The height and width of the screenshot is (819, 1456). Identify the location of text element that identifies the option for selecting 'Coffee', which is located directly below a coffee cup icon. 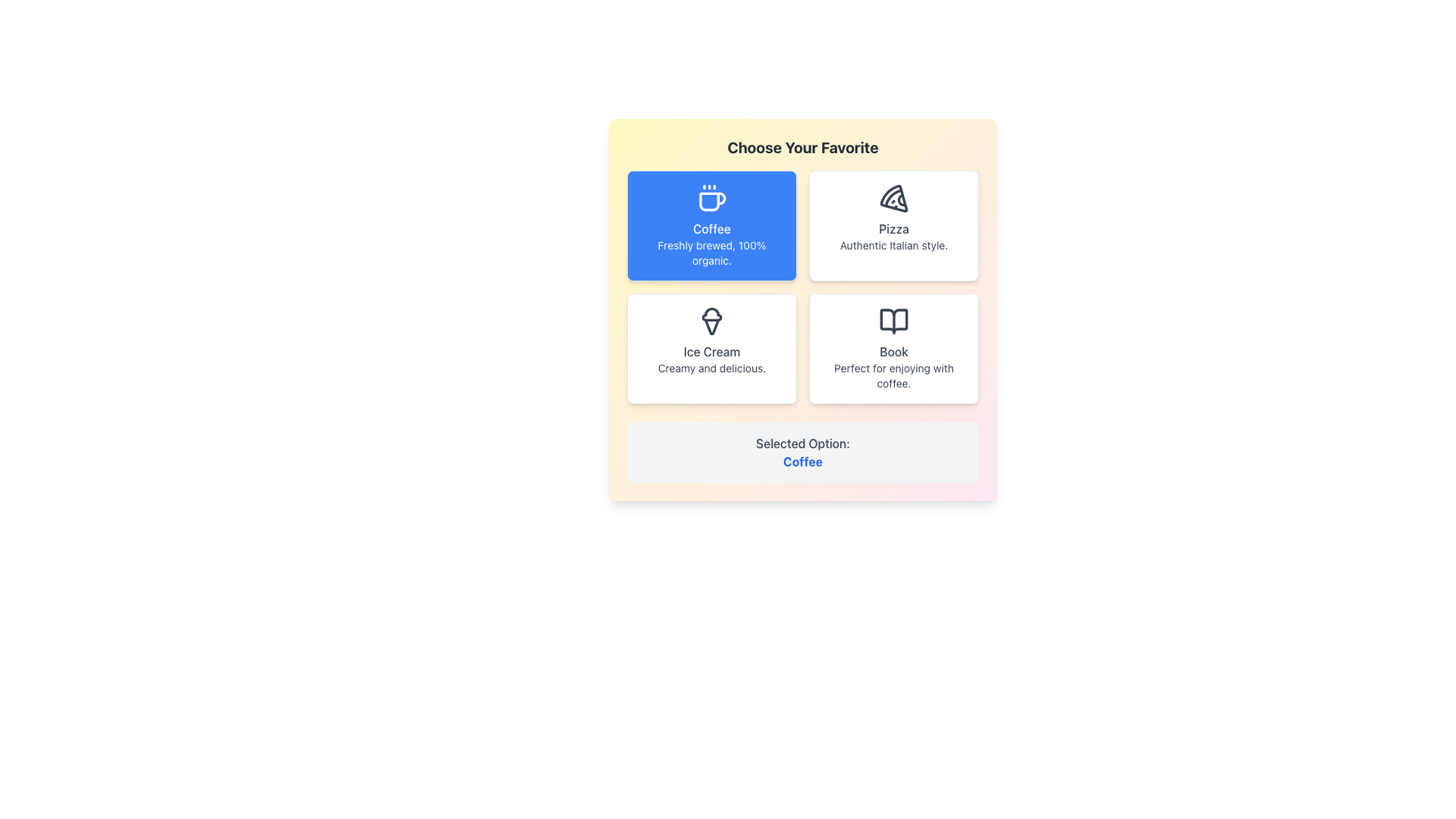
(711, 228).